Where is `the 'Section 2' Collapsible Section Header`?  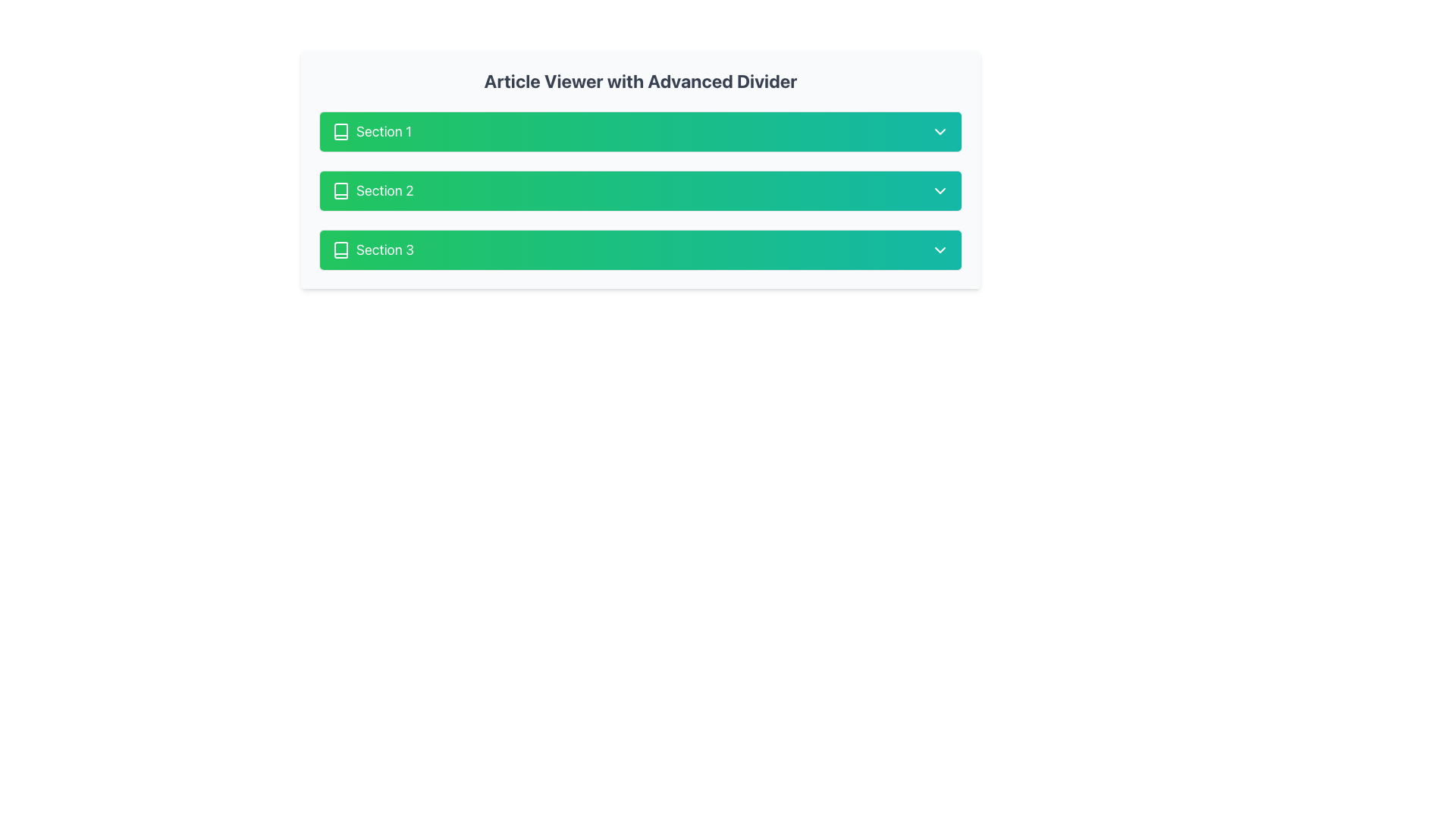 the 'Section 2' Collapsible Section Header is located at coordinates (640, 190).